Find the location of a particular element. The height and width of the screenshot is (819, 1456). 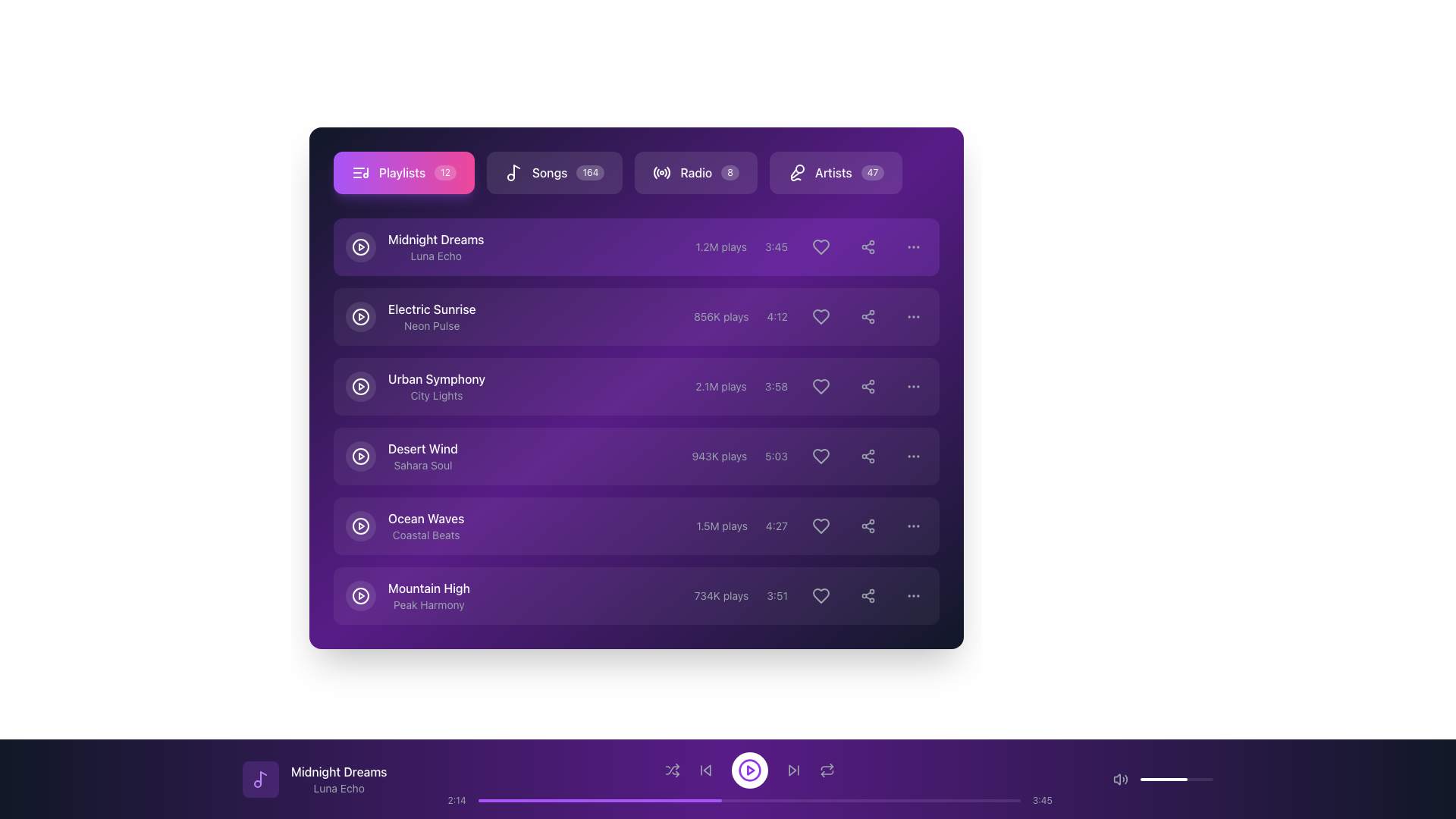

the favorite button for the item 'Midnight Dreams' to change its background shade is located at coordinates (811, 246).